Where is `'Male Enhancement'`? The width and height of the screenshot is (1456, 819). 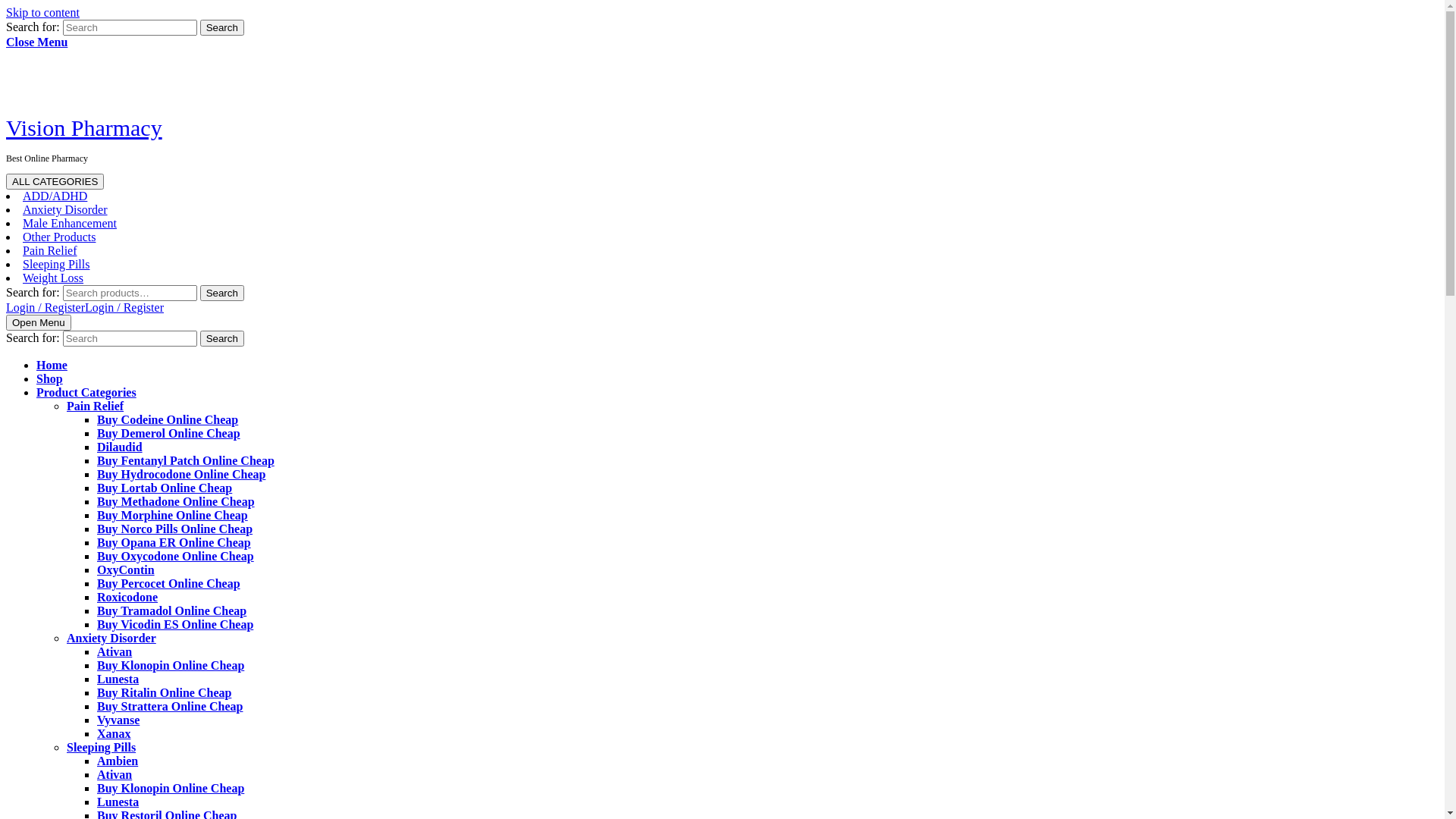 'Male Enhancement' is located at coordinates (22, 223).